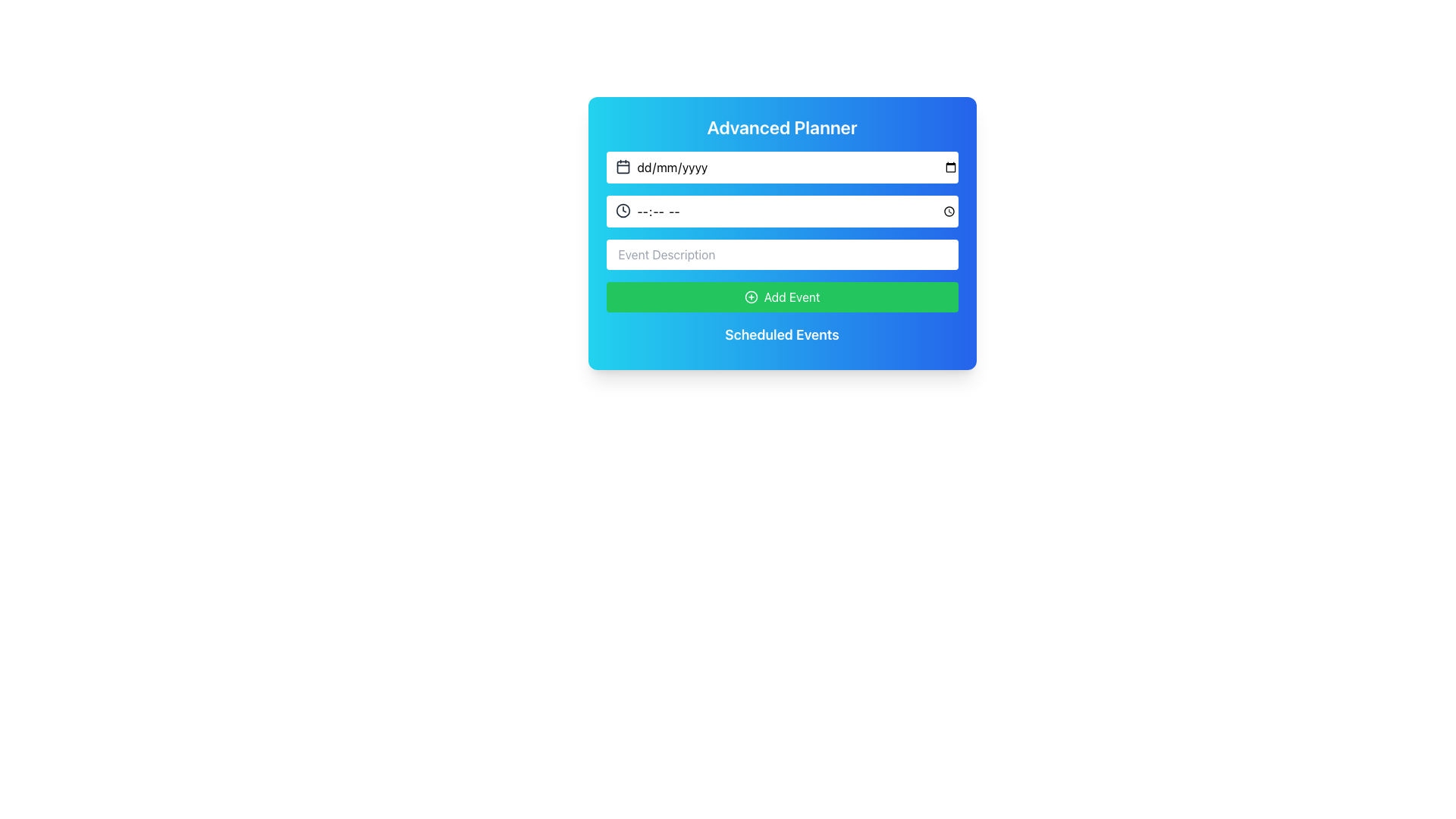 The height and width of the screenshot is (819, 1456). Describe the element at coordinates (623, 210) in the screenshot. I see `the clock icon located in the 'Advanced Planner' section, which visually indicates the purpose of the adjacent time entry input field` at that location.